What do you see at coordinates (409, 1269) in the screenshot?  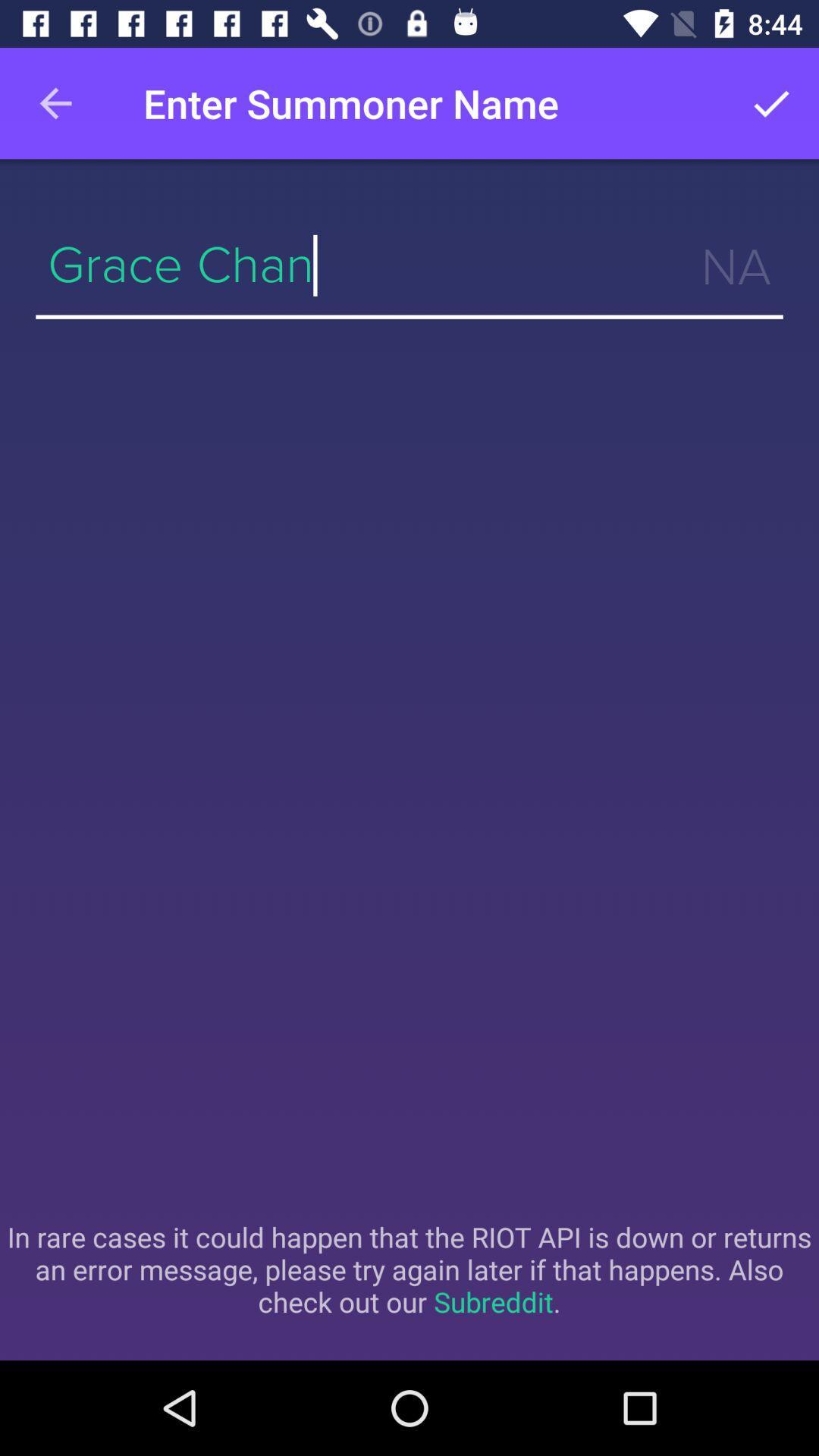 I see `the item below grace chan item` at bounding box center [409, 1269].